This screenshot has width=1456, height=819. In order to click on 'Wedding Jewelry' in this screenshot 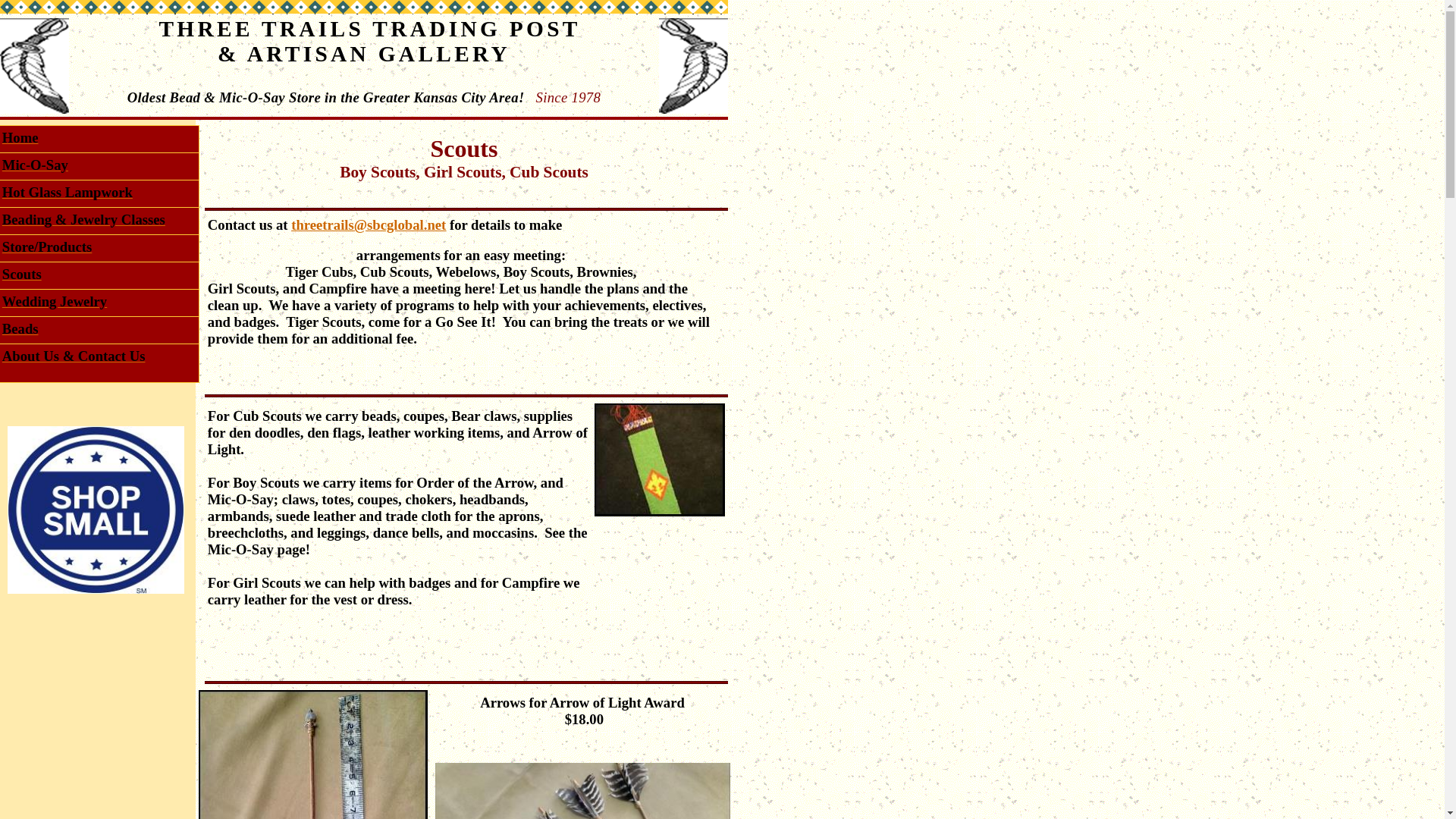, I will do `click(55, 303)`.